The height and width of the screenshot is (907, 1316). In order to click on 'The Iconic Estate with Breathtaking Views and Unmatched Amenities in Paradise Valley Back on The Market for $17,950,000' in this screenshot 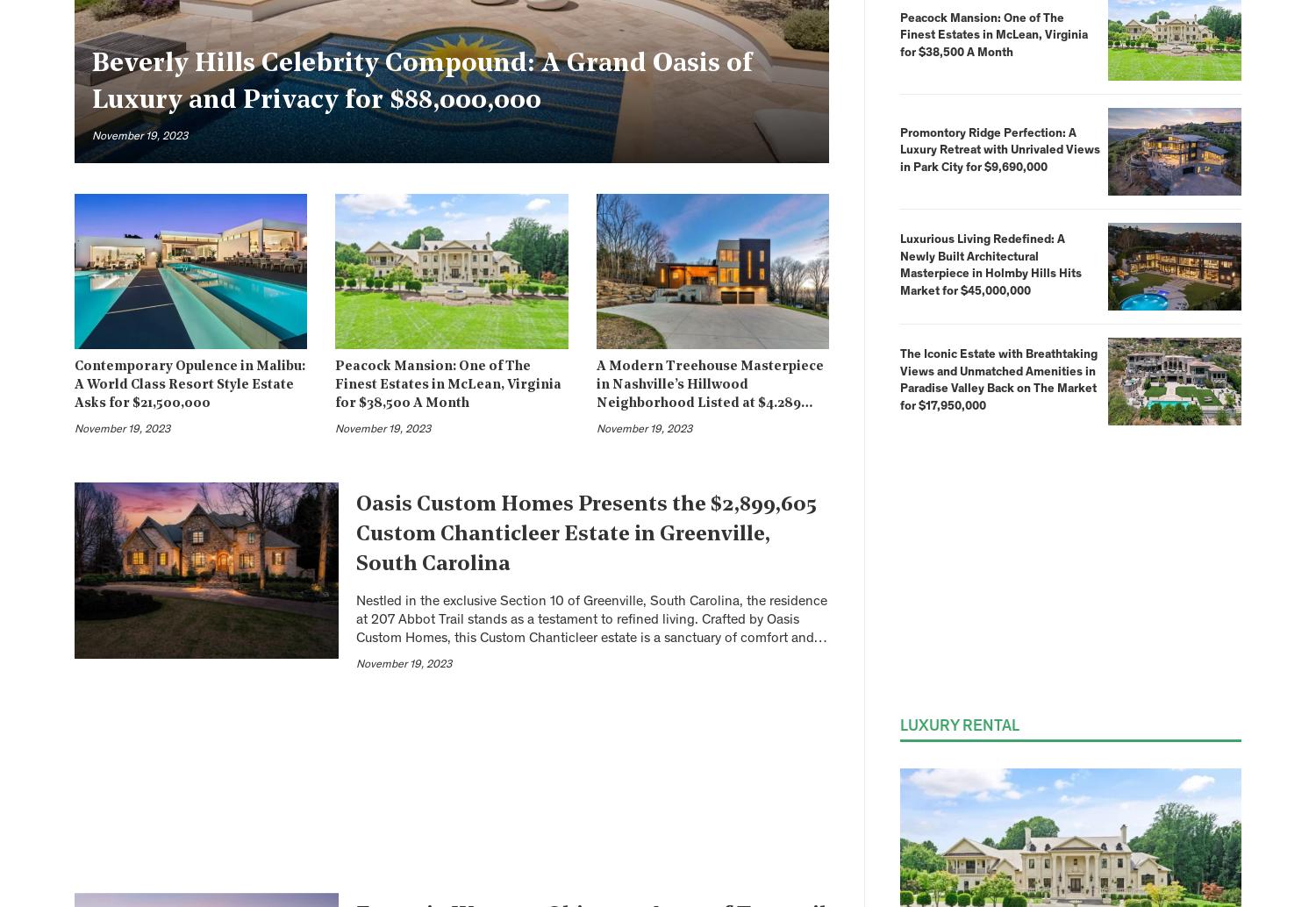, I will do `click(998, 379)`.